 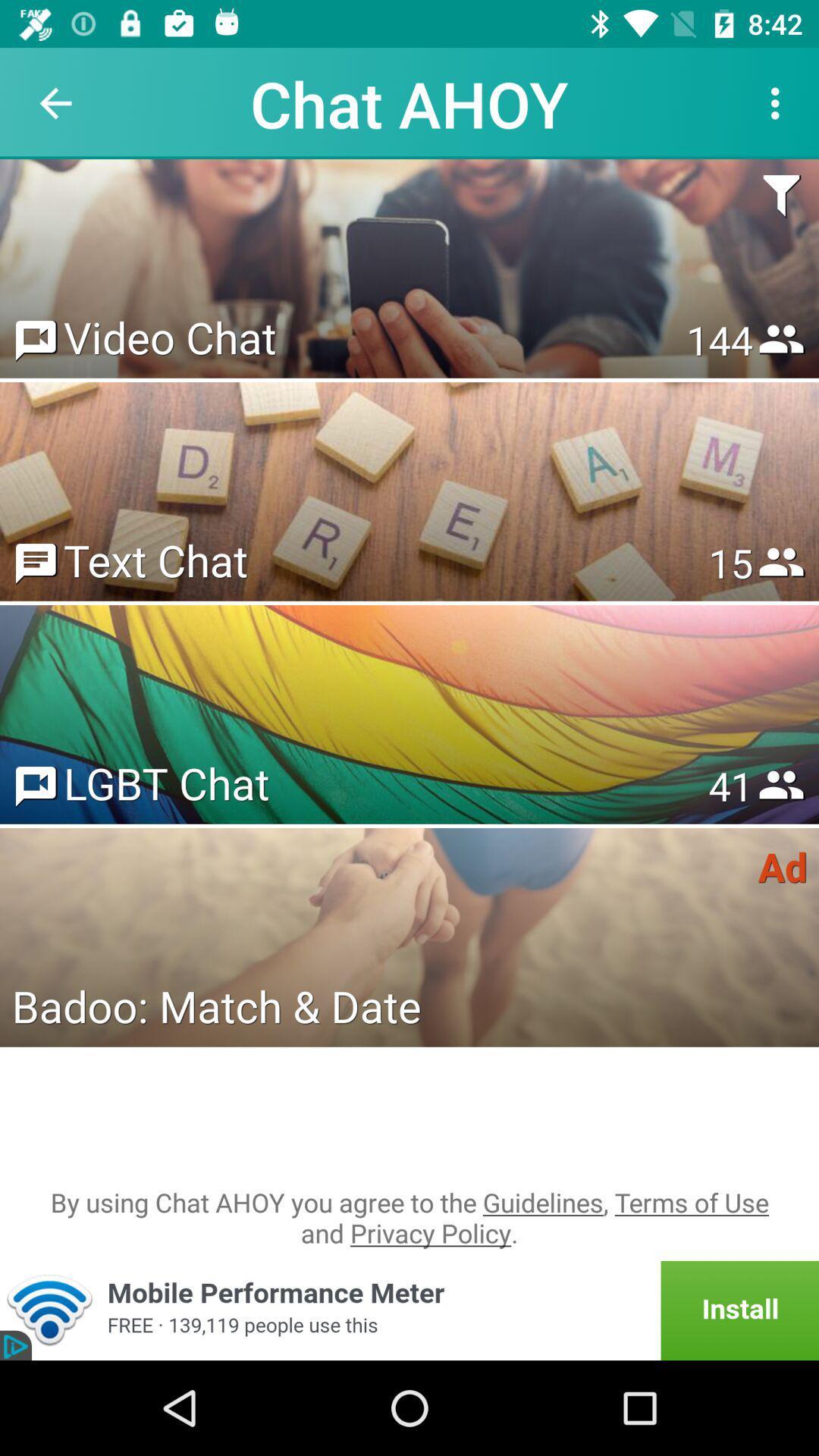 I want to click on the 53 item, so click(x=730, y=786).